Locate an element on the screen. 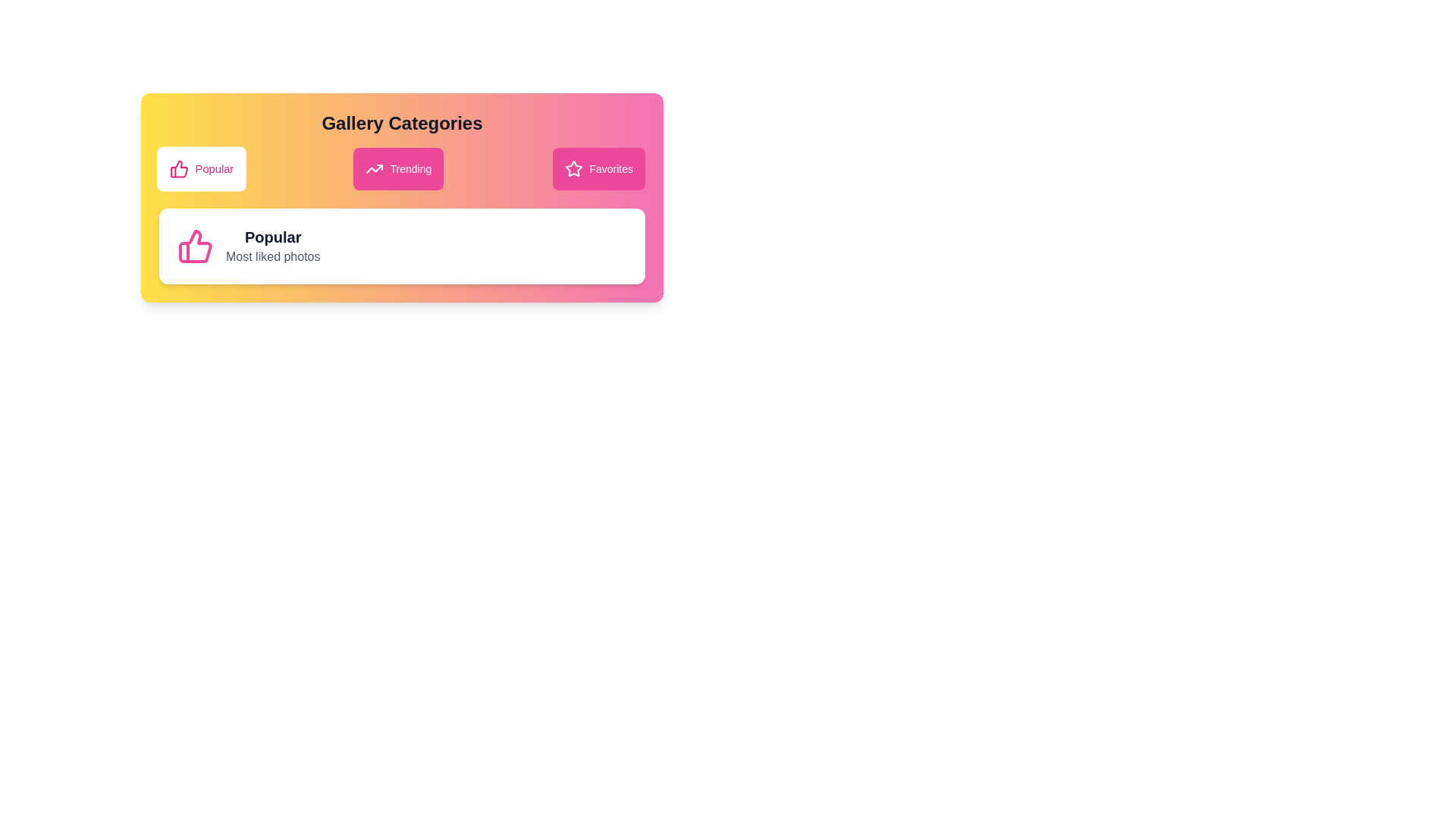 This screenshot has width=1456, height=819. text label displaying 'Popular' which is bold and prominently positioned above the subtitle 'Most liked photos' is located at coordinates (273, 237).